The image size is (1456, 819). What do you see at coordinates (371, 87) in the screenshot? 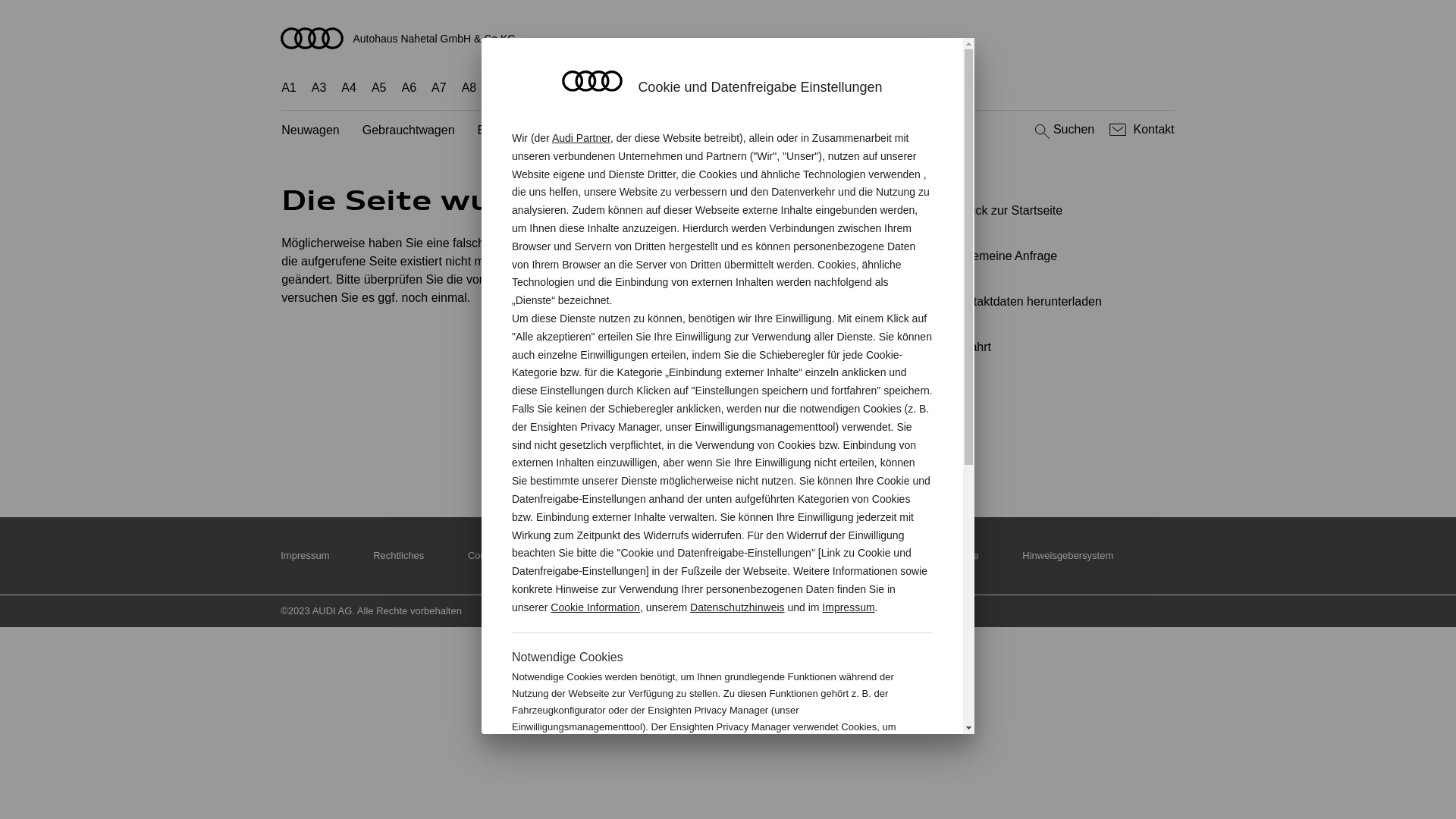
I see `'A5'` at bounding box center [371, 87].